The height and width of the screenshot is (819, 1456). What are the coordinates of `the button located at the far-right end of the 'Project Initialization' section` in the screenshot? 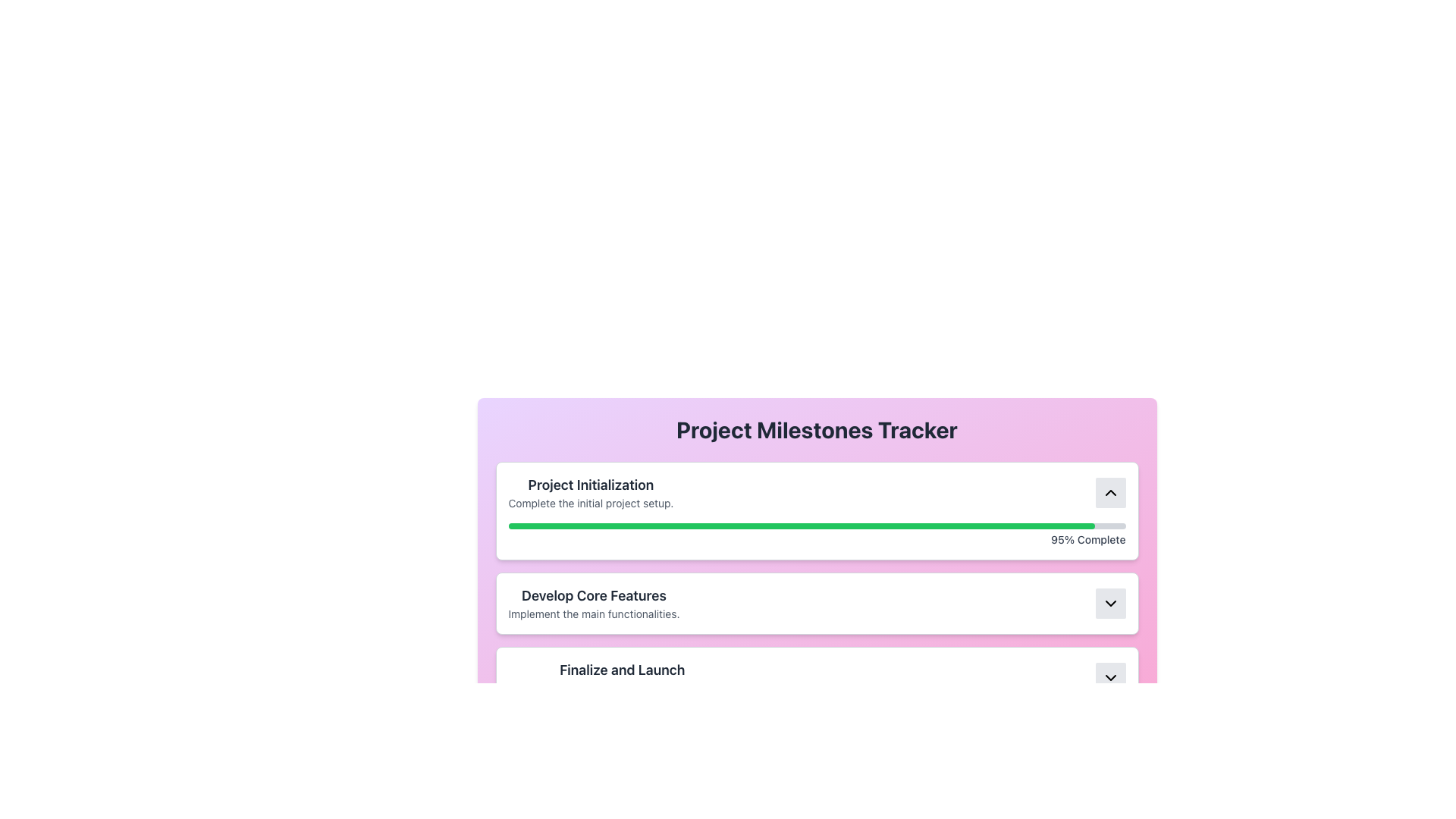 It's located at (1110, 493).